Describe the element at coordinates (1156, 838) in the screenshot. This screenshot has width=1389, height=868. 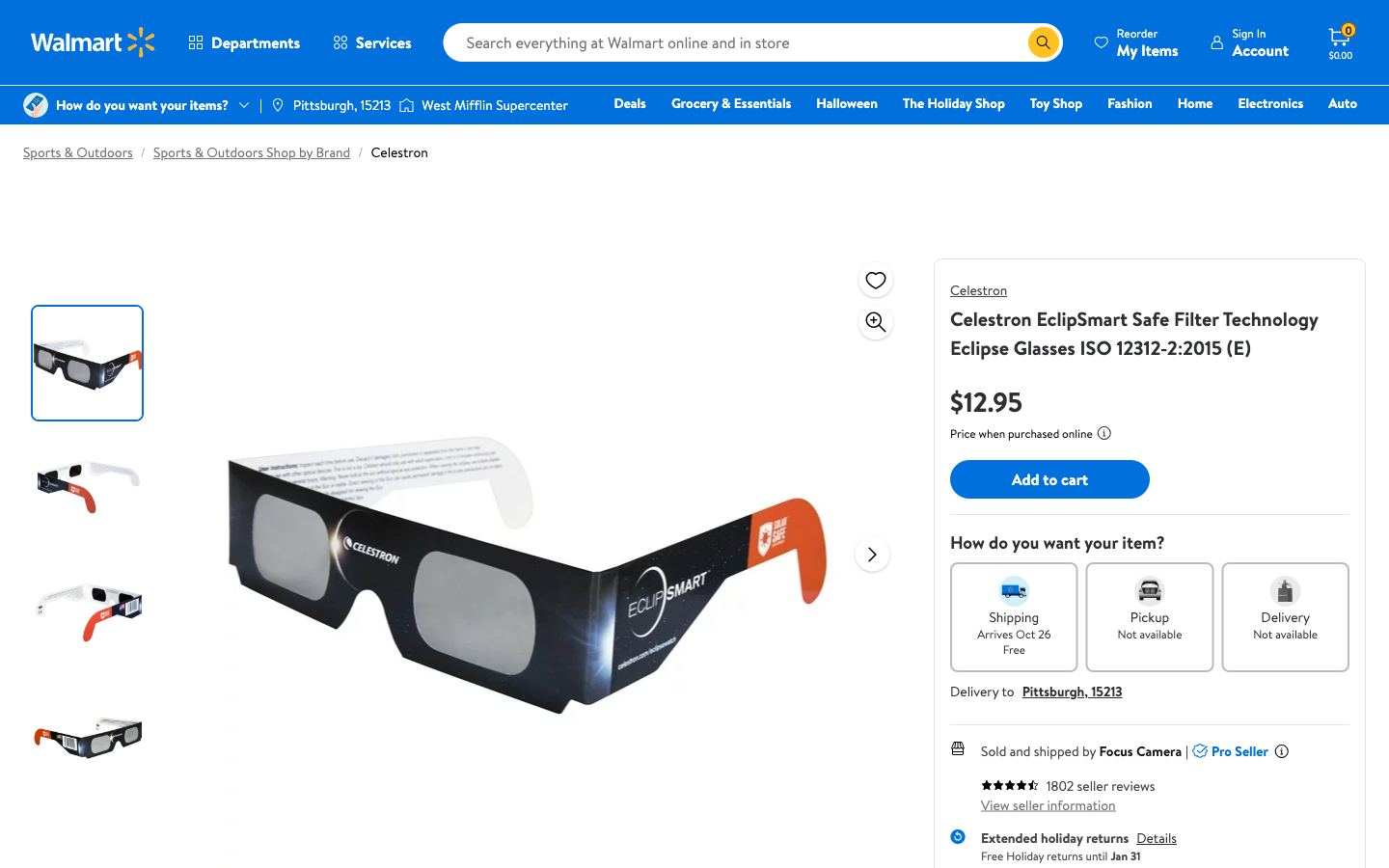
I see `View different return options available for the current product` at that location.